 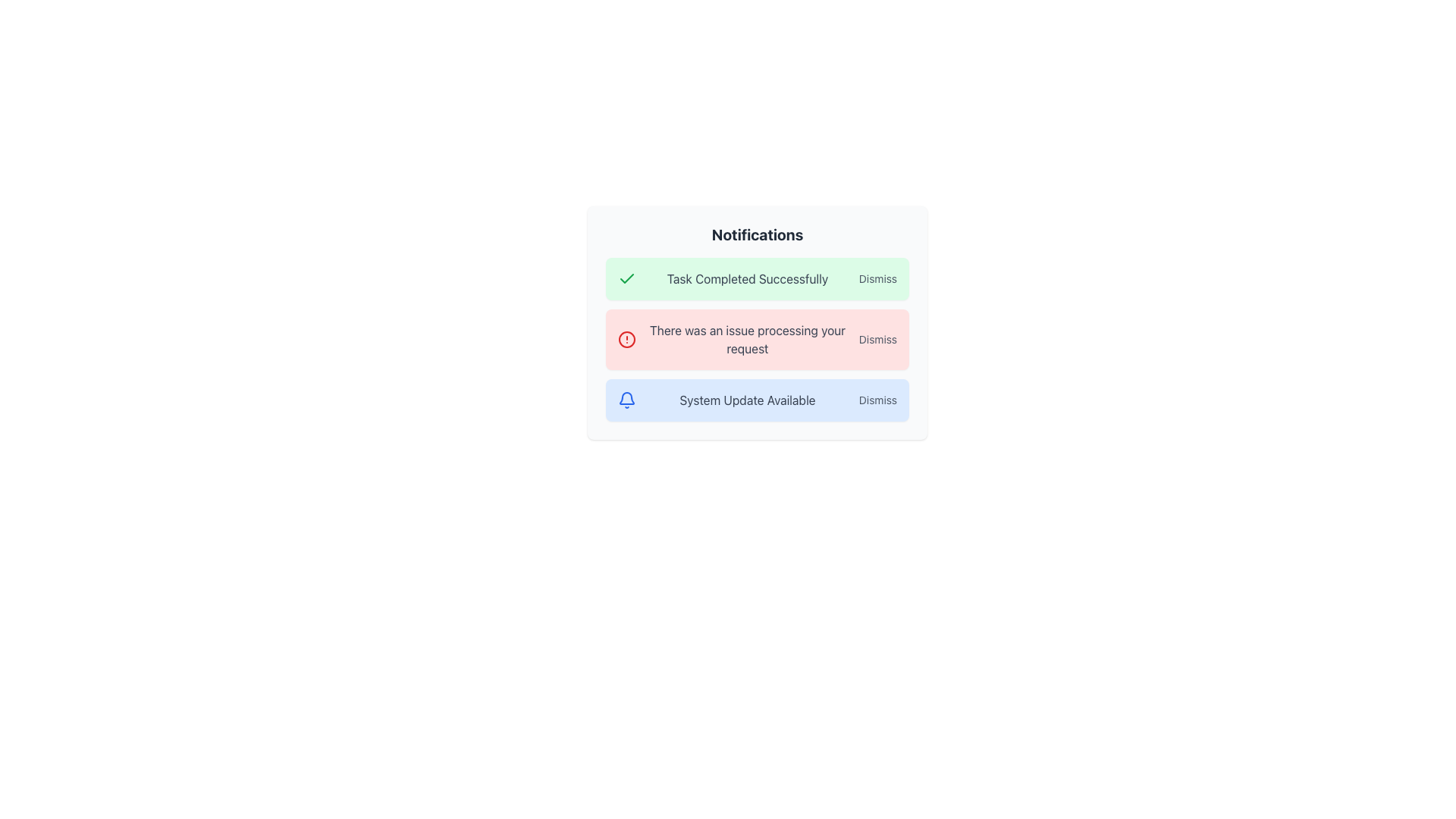 I want to click on the text link located at the far-right end of the notification row containing the message 'There was an issue processing your request' to change its color, so click(x=877, y=338).